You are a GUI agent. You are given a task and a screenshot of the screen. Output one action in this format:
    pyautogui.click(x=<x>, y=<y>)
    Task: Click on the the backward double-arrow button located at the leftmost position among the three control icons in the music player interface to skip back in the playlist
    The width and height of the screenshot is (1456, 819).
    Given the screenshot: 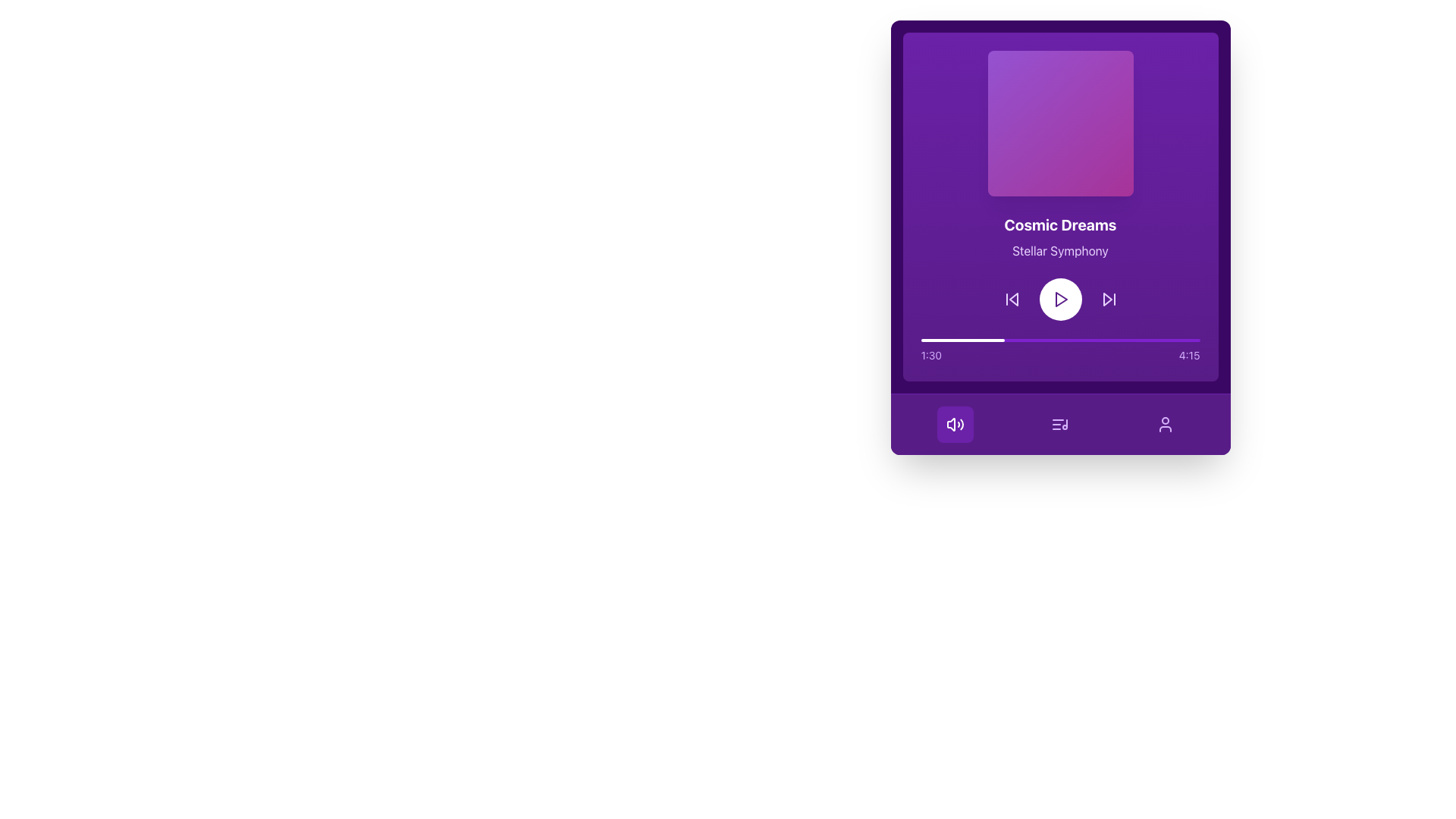 What is the action you would take?
    pyautogui.click(x=1012, y=299)
    